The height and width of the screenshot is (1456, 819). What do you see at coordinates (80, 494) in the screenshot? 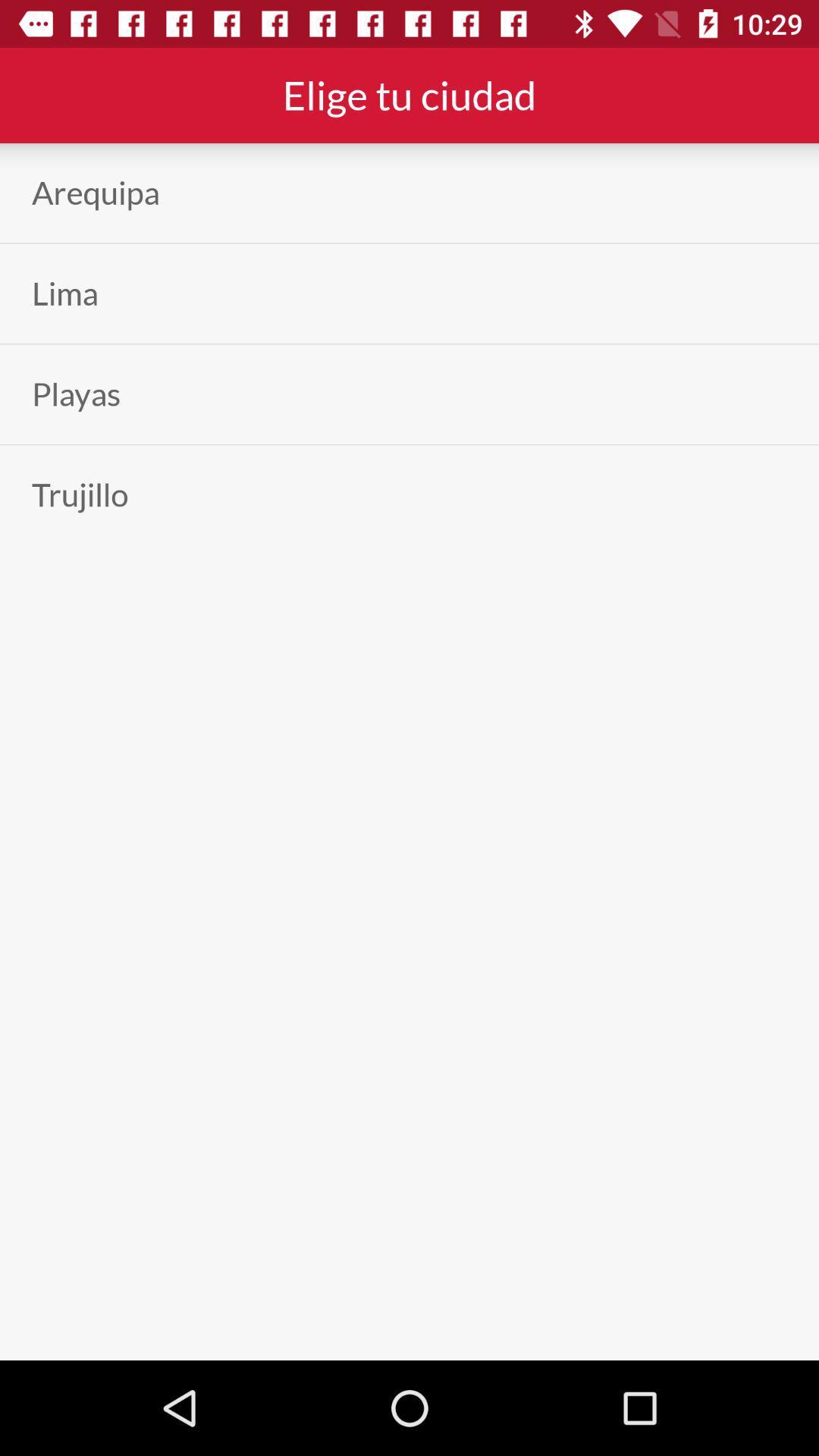
I see `the trujillo` at bounding box center [80, 494].